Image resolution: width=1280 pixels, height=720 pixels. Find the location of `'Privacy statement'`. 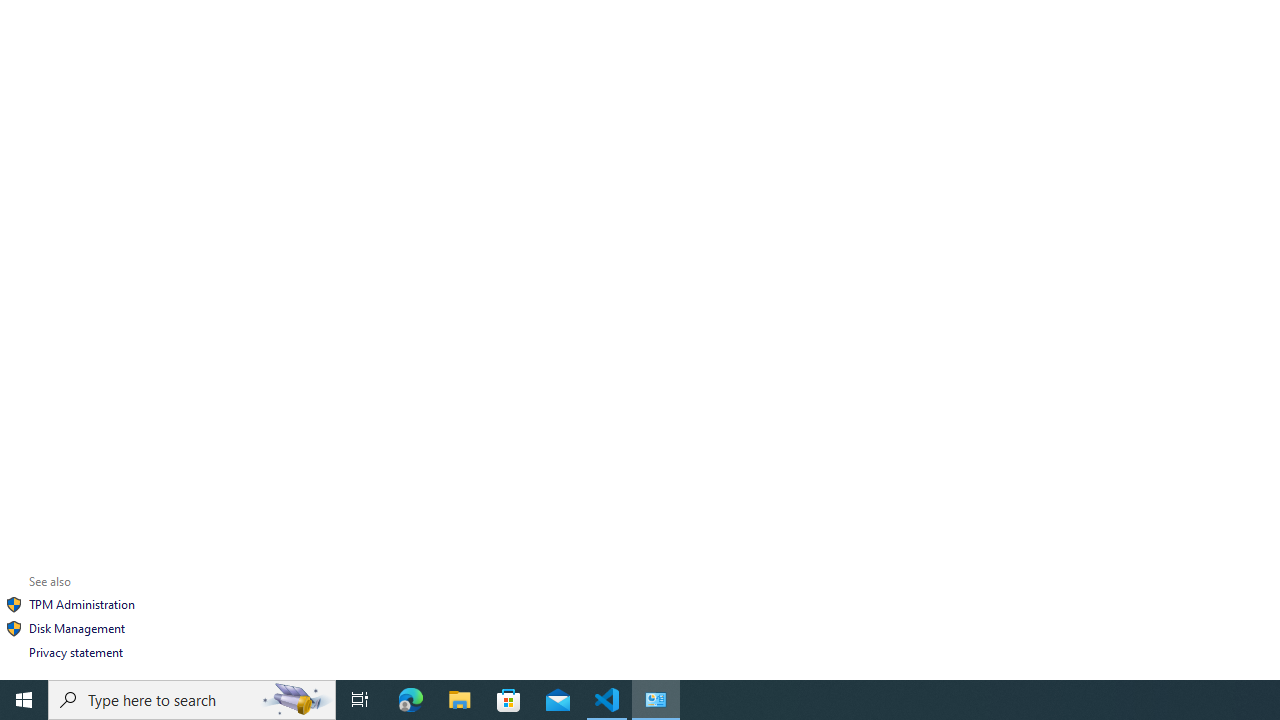

'Privacy statement' is located at coordinates (76, 652).